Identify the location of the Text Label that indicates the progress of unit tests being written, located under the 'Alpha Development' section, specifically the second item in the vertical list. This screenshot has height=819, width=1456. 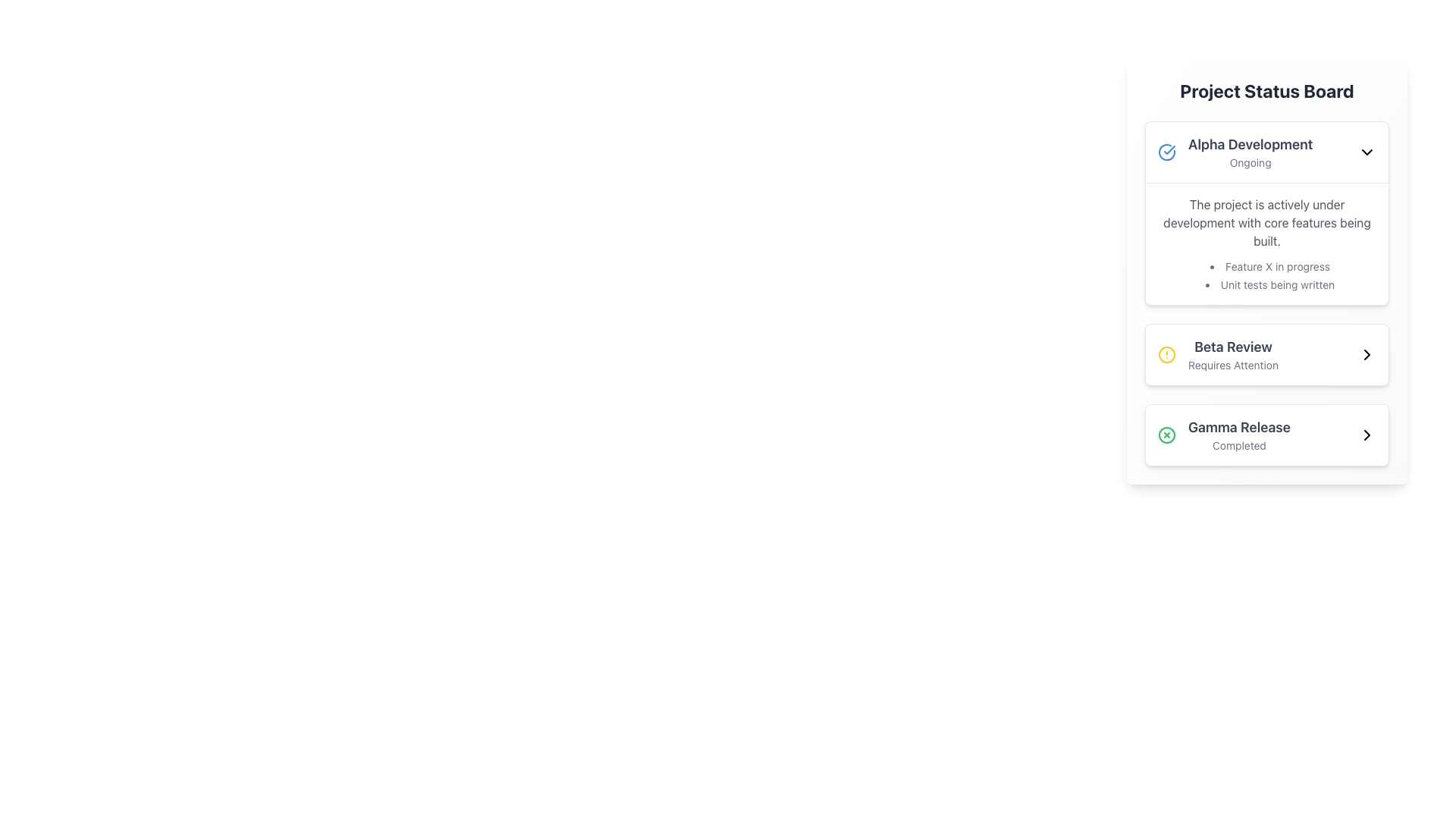
(1270, 284).